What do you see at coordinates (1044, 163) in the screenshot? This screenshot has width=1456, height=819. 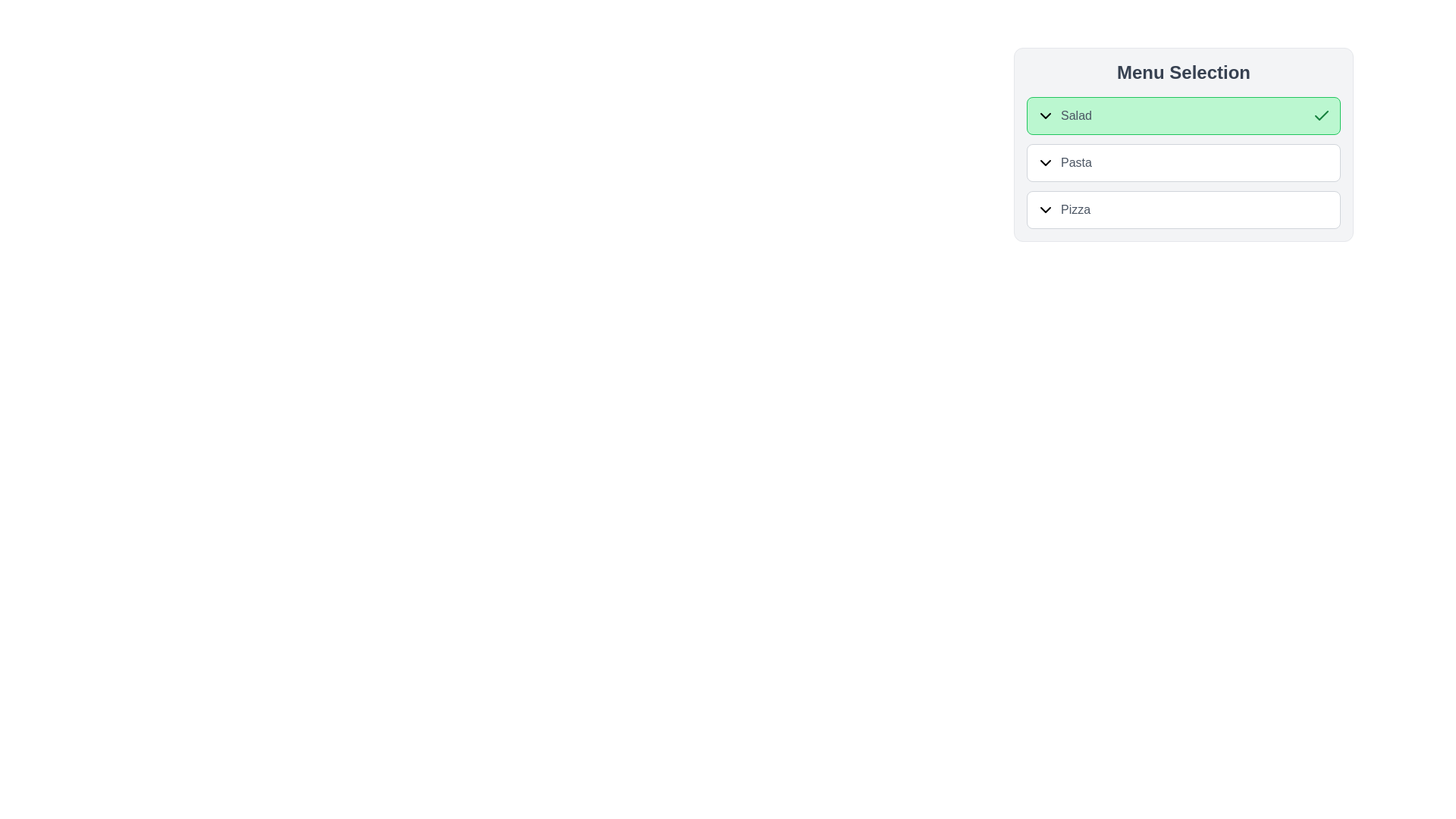 I see `the Chevron Down icon next to the 'Pasta' menu item` at bounding box center [1044, 163].